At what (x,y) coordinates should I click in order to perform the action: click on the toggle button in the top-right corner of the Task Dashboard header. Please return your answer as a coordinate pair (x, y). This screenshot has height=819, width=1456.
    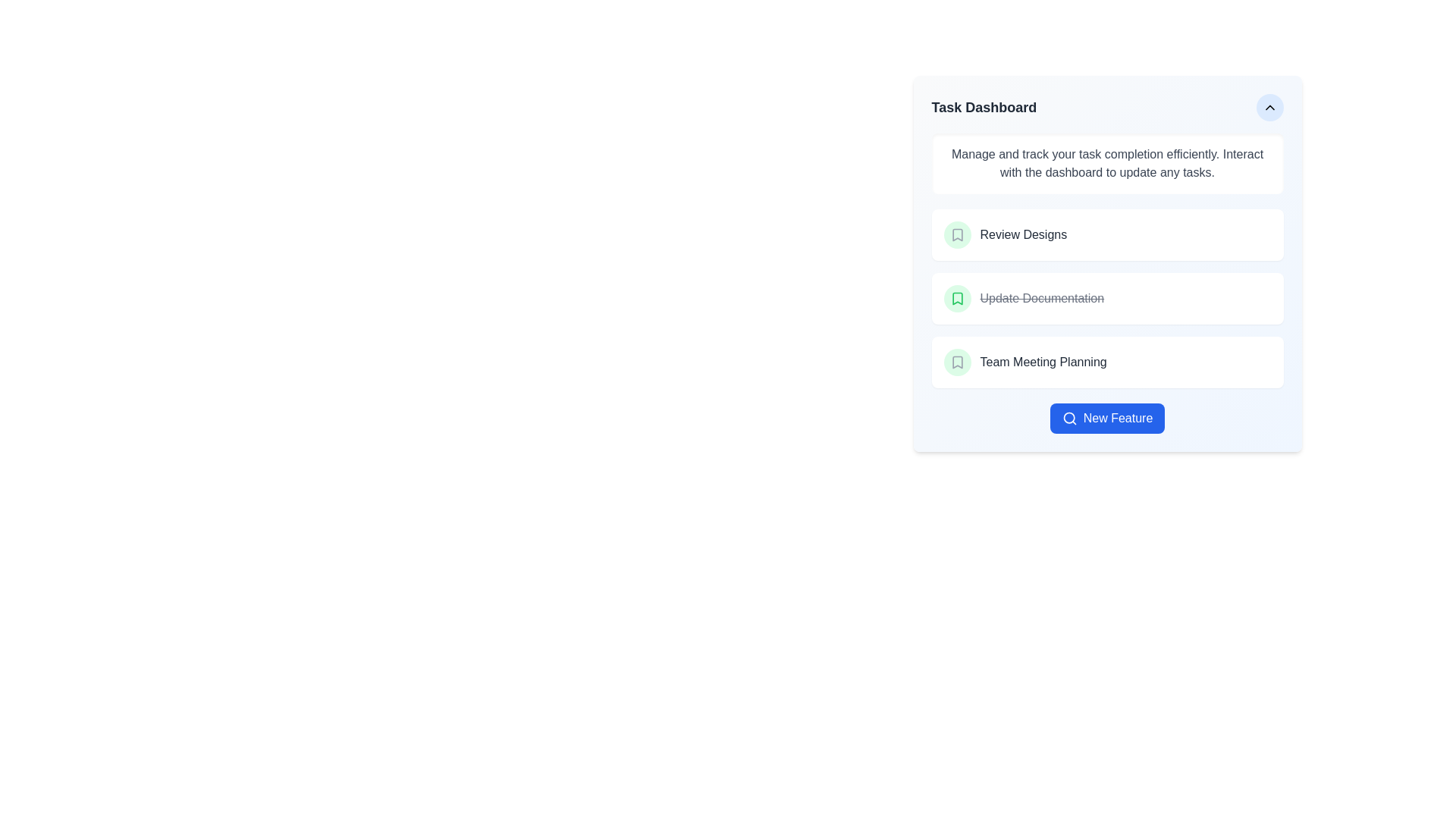
    Looking at the image, I should click on (1269, 107).